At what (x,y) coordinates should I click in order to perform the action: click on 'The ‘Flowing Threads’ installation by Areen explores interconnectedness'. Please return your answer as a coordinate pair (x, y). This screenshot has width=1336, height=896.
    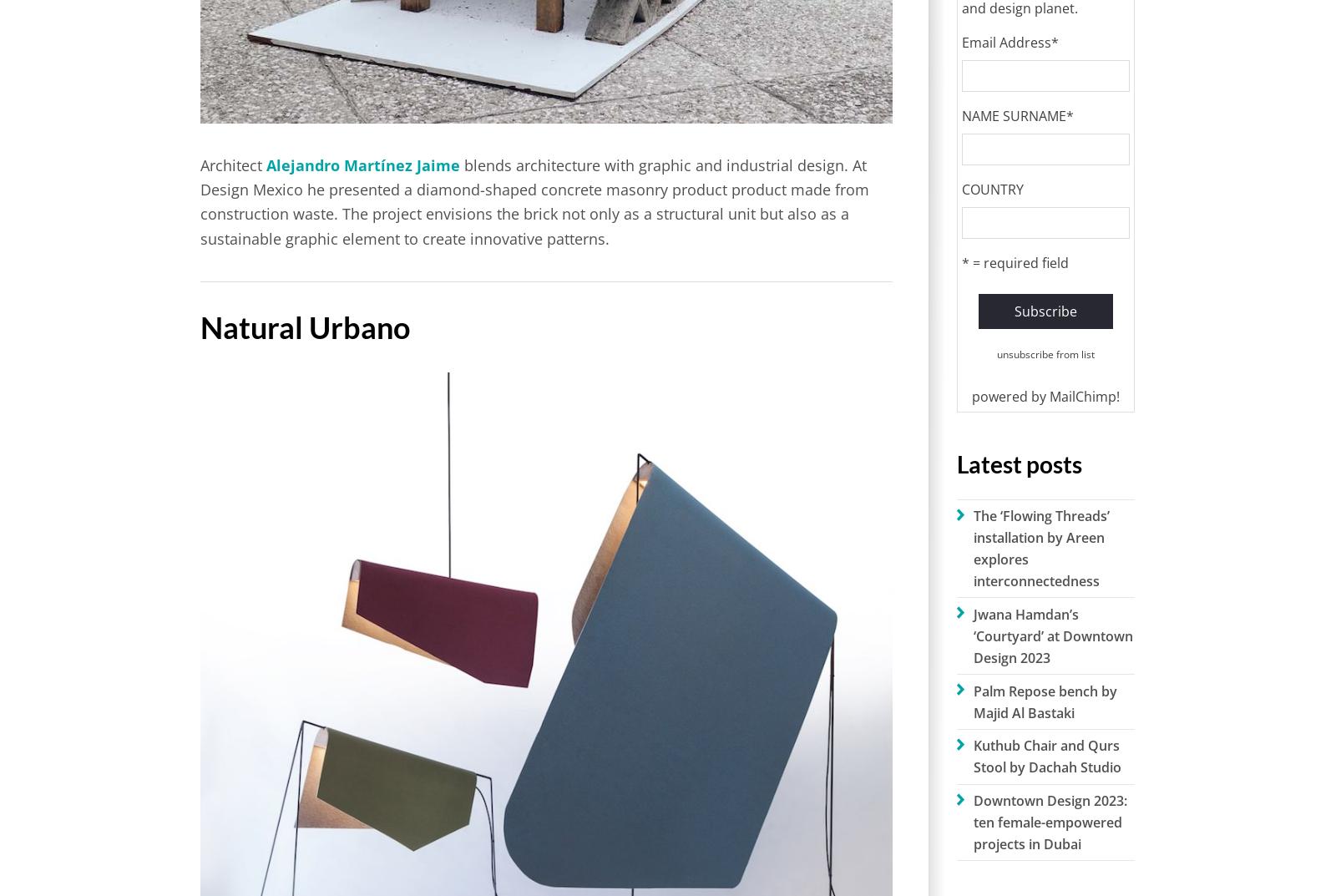
    Looking at the image, I should click on (972, 547).